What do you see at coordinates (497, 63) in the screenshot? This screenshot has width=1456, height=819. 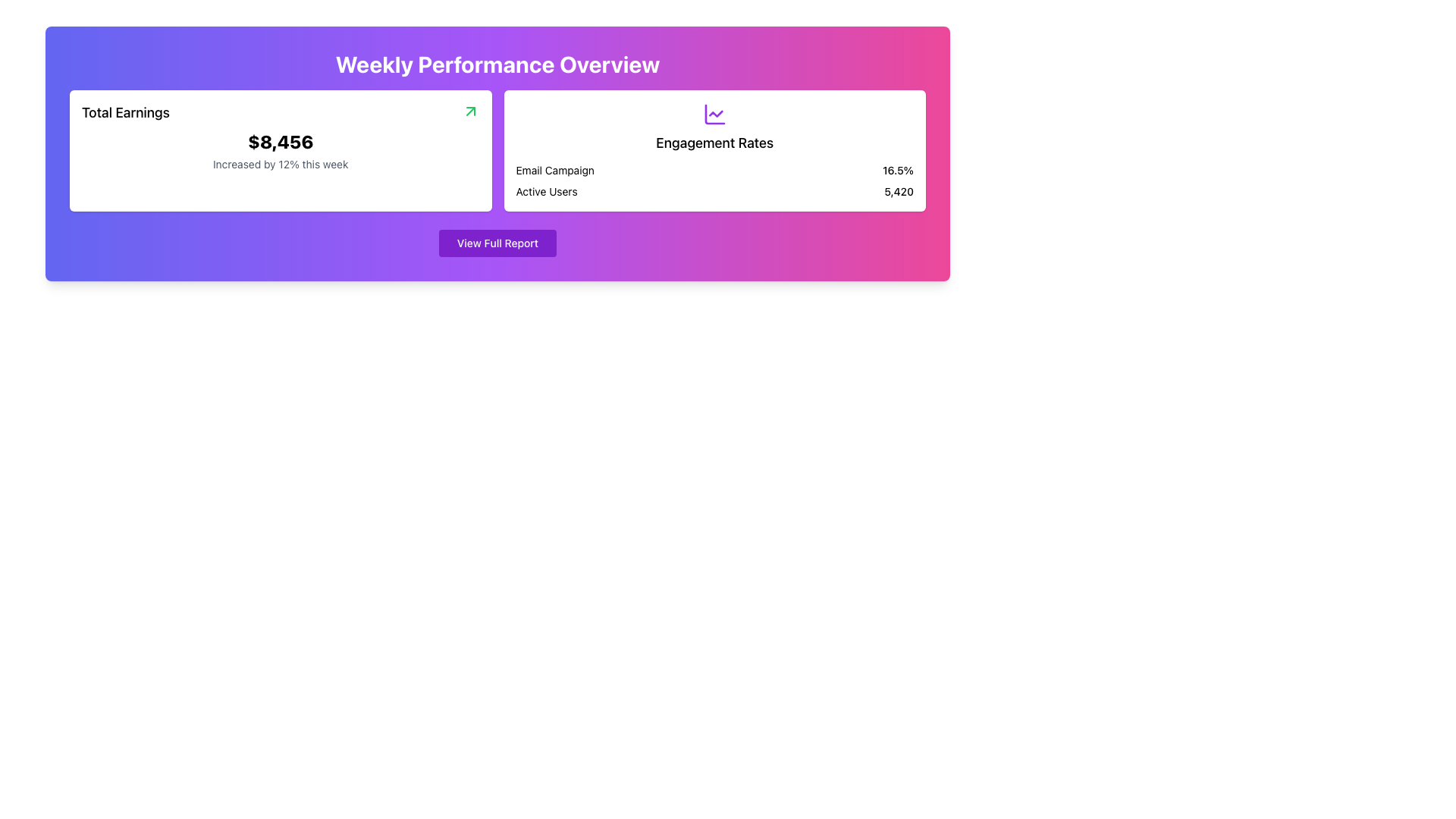 I see `the text header displaying 'Weekly Performance Overview', which is styled in bold, large white font over a gradient background` at bounding box center [497, 63].